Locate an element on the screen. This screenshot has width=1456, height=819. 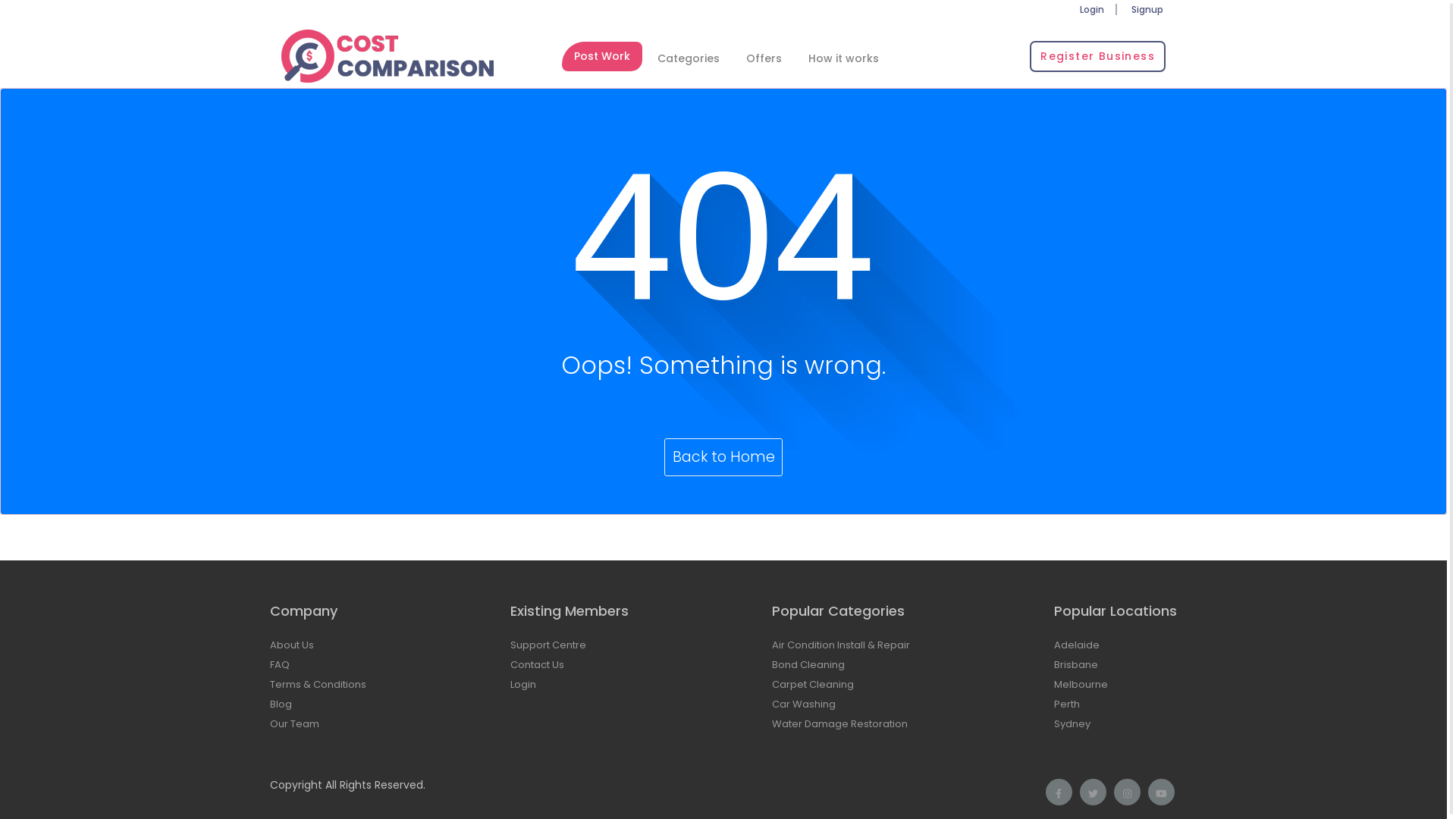
'Car Washing' is located at coordinates (803, 704).